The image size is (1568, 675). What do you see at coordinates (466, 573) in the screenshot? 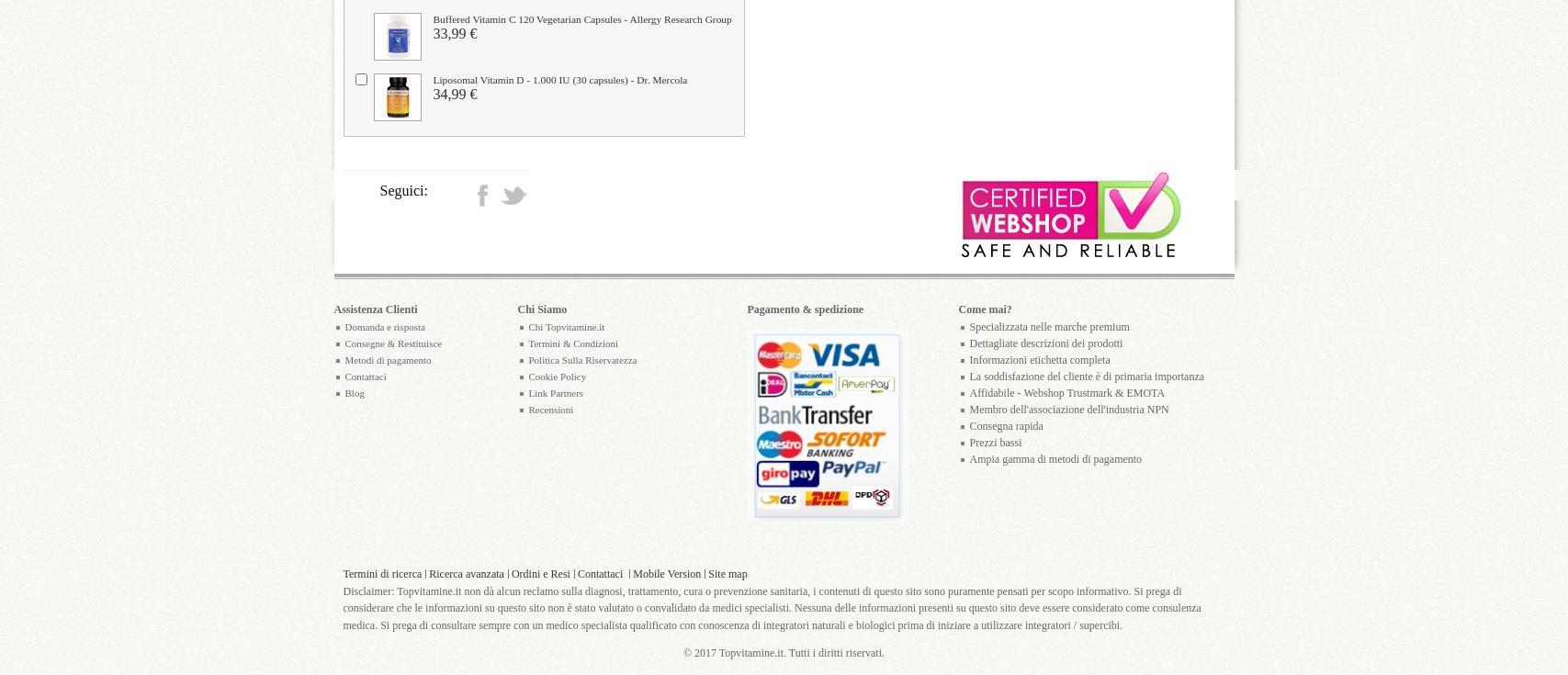
I see `'Ricerca avanzata'` at bounding box center [466, 573].